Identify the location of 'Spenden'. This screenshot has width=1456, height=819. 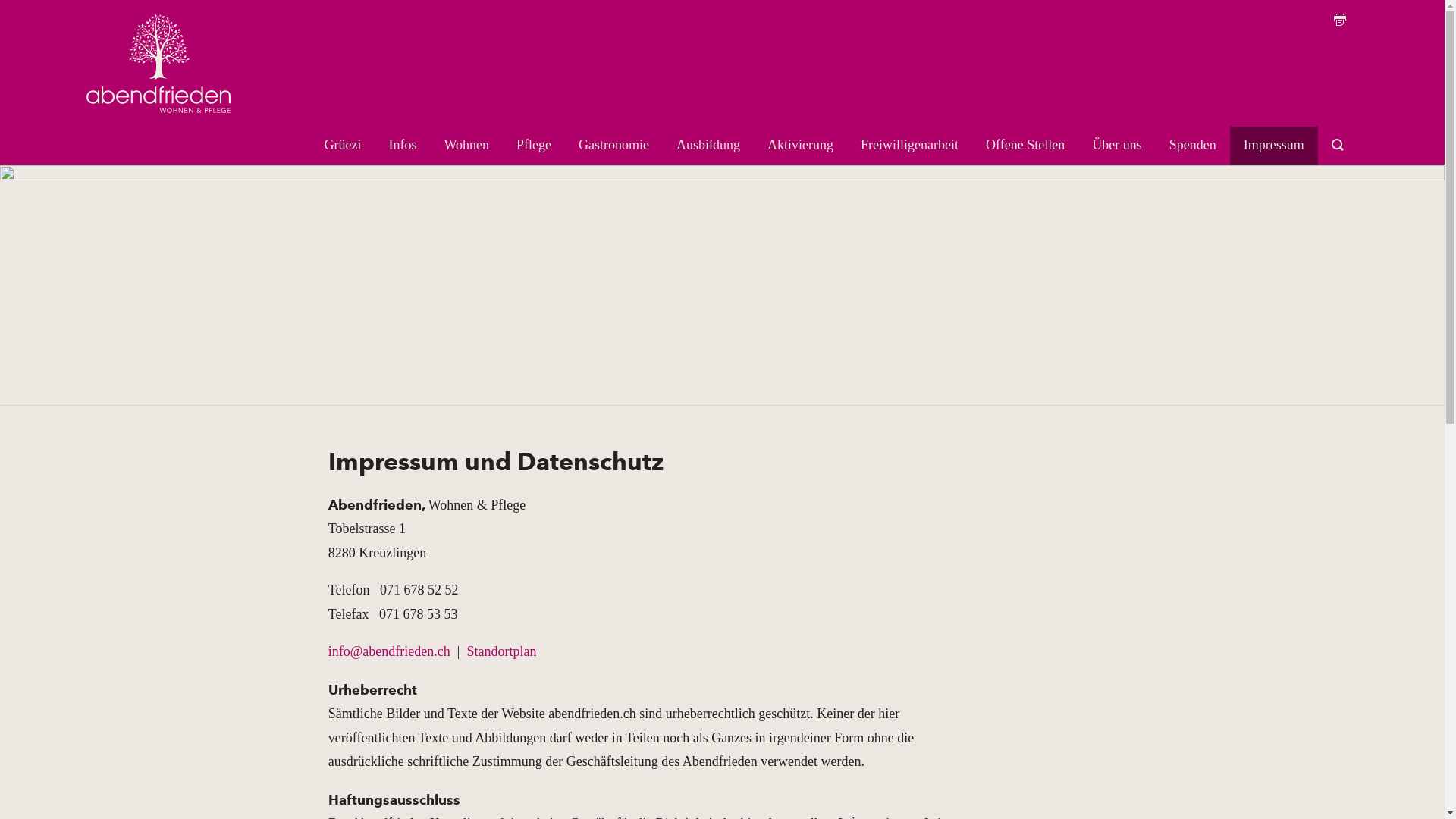
(1192, 146).